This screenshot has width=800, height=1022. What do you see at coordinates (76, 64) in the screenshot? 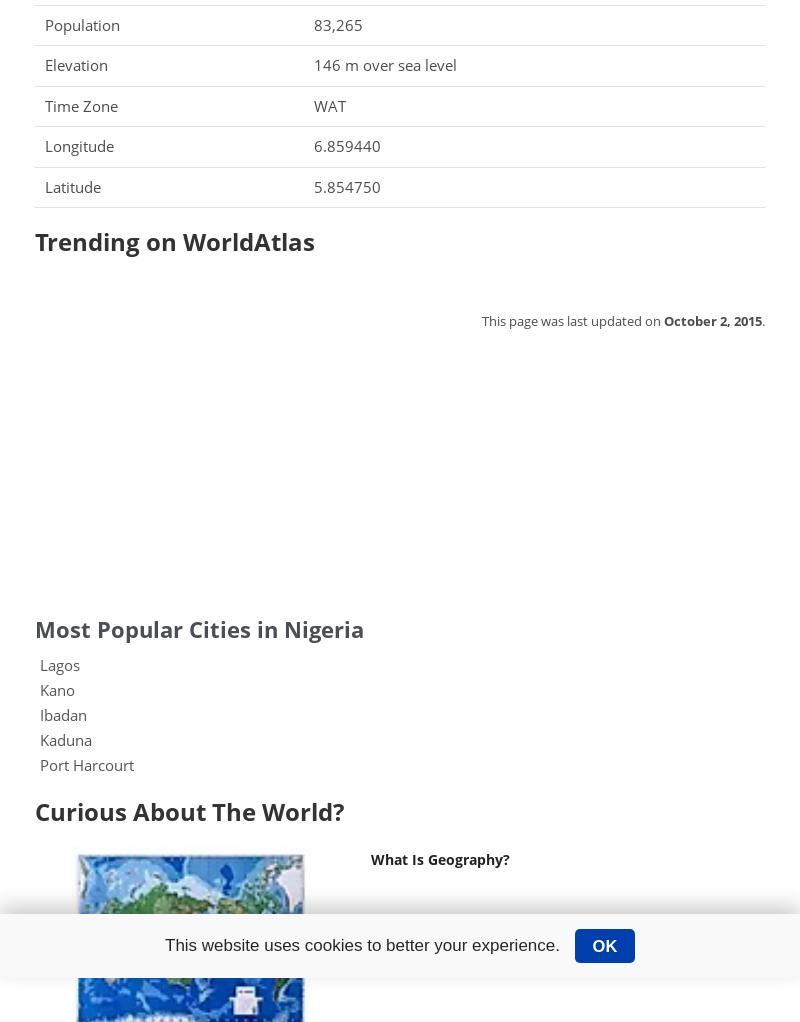
I see `'Elevation'` at bounding box center [76, 64].